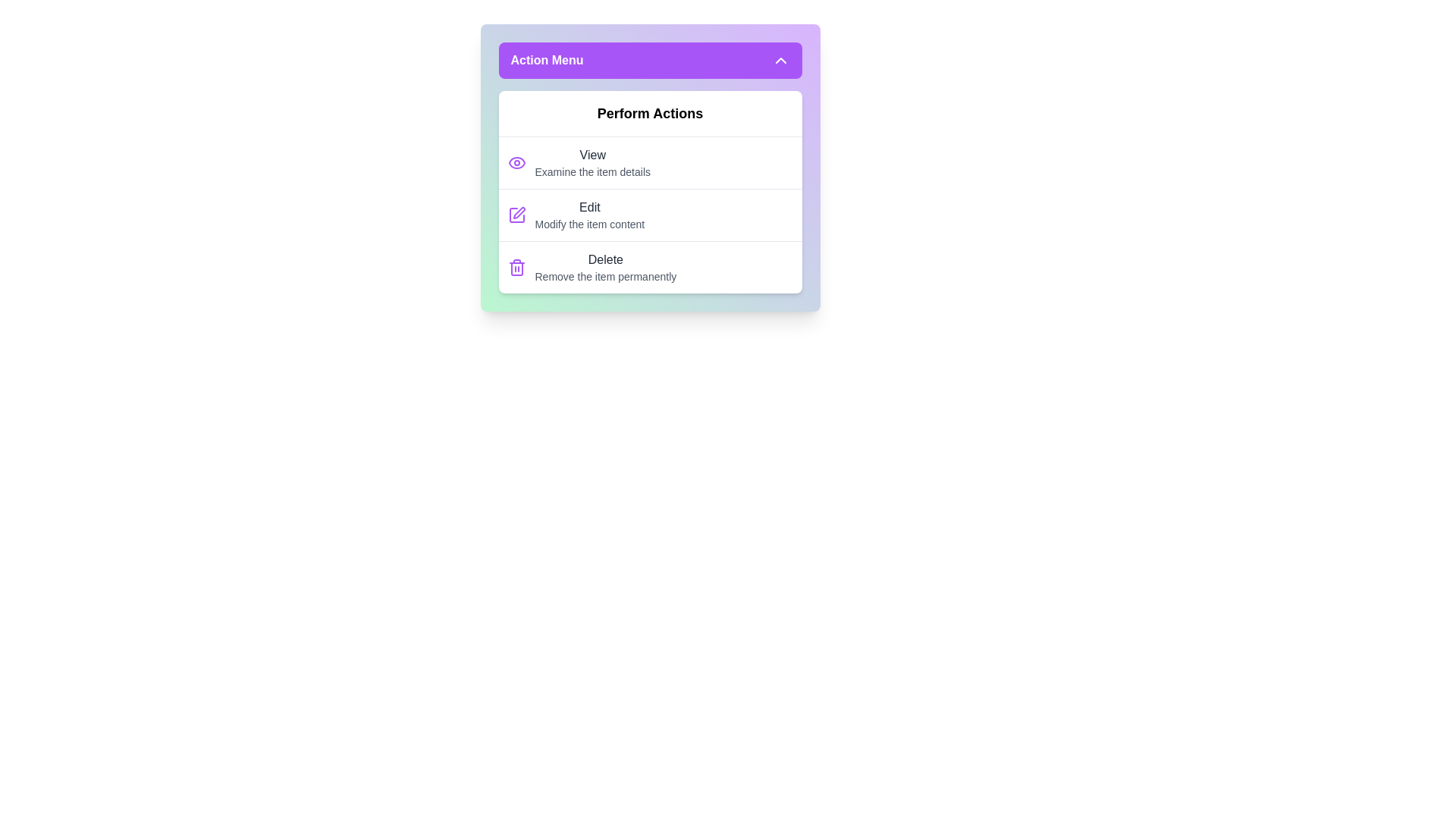  What do you see at coordinates (650, 60) in the screenshot?
I see `the 'Action Menu' button to collapse the menu` at bounding box center [650, 60].